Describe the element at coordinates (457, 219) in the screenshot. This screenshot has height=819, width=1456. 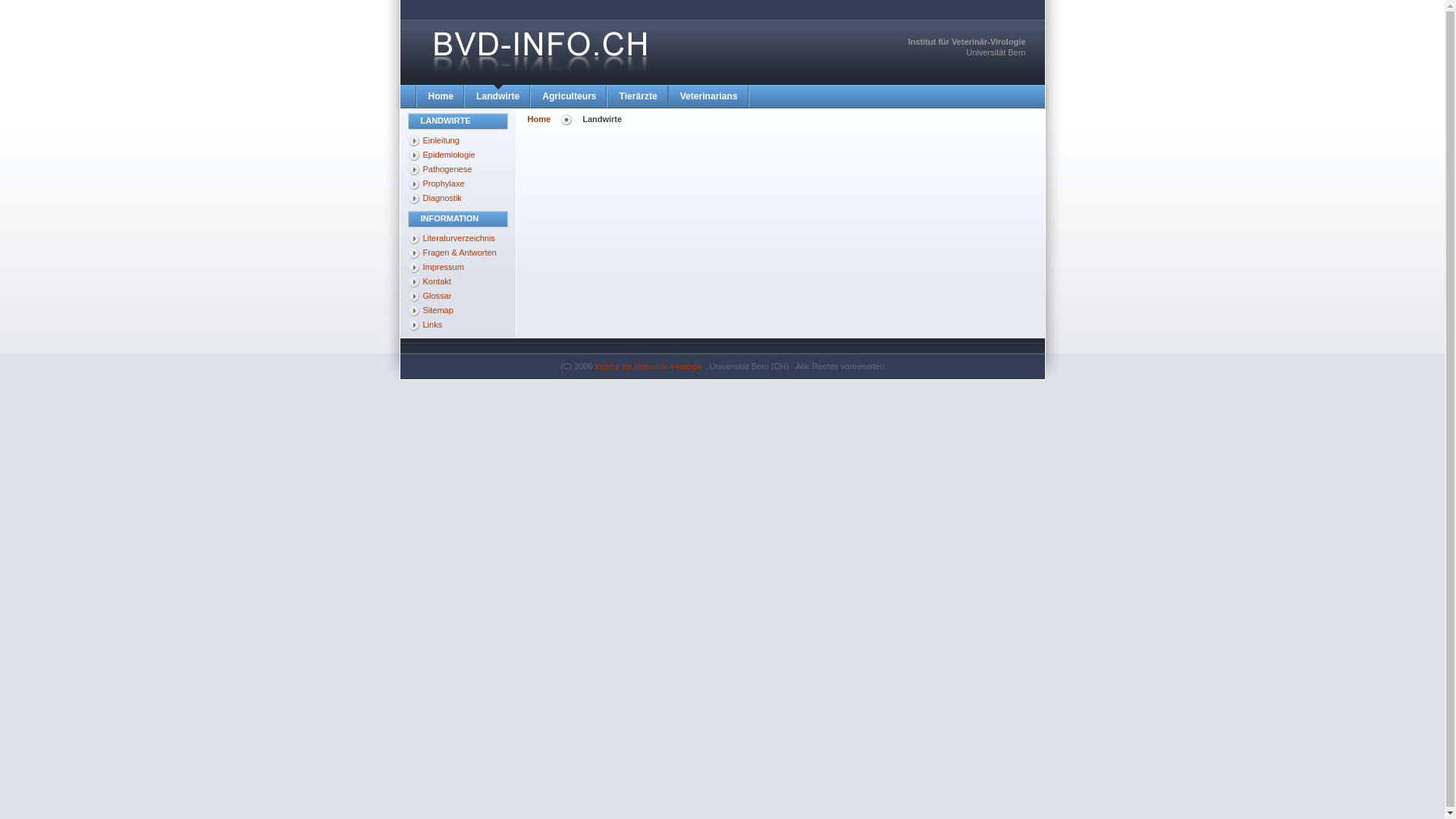
I see `'INFORMATION'` at that location.